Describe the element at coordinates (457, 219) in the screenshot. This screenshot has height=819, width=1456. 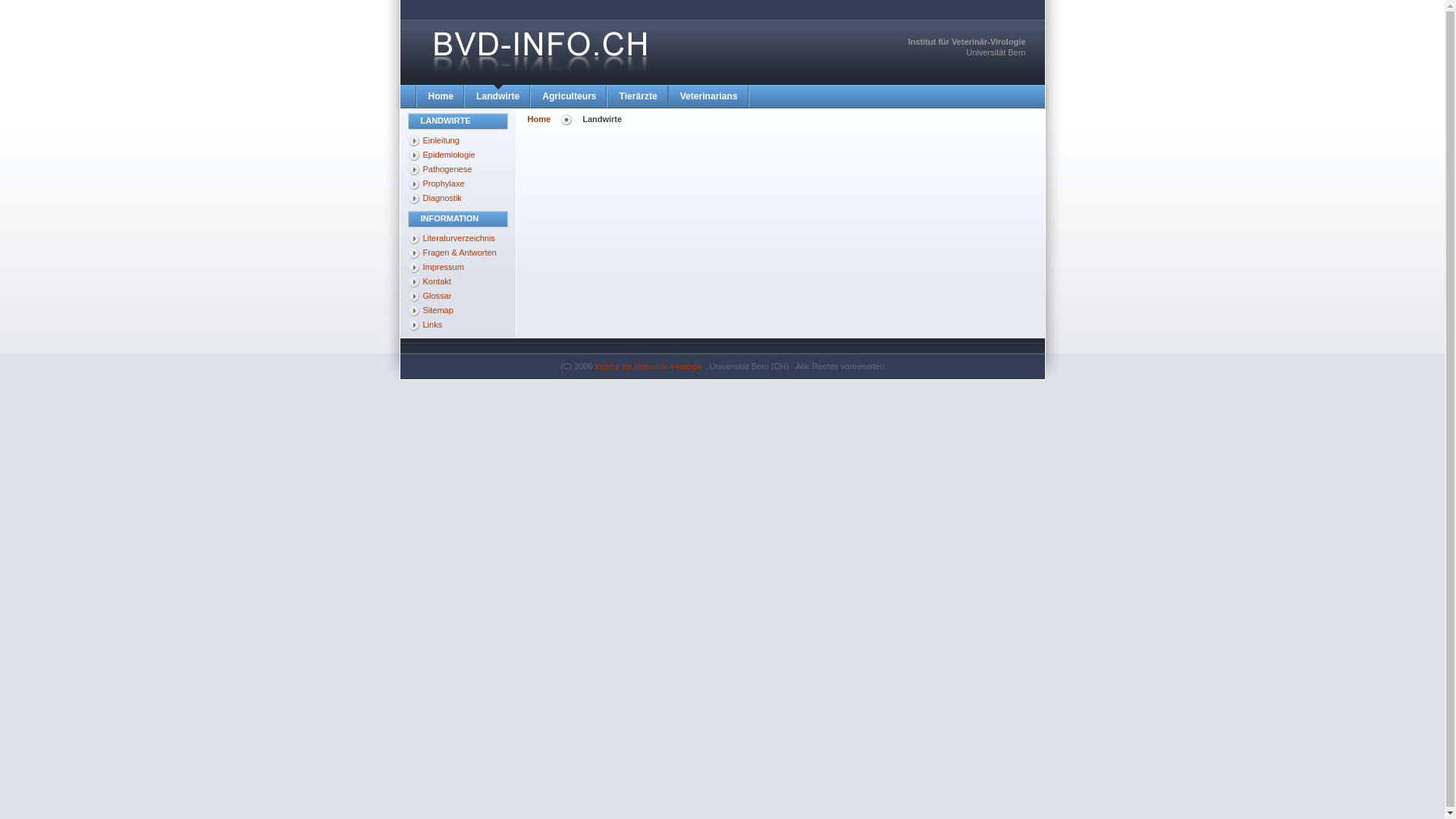
I see `'INFORMATION'` at that location.